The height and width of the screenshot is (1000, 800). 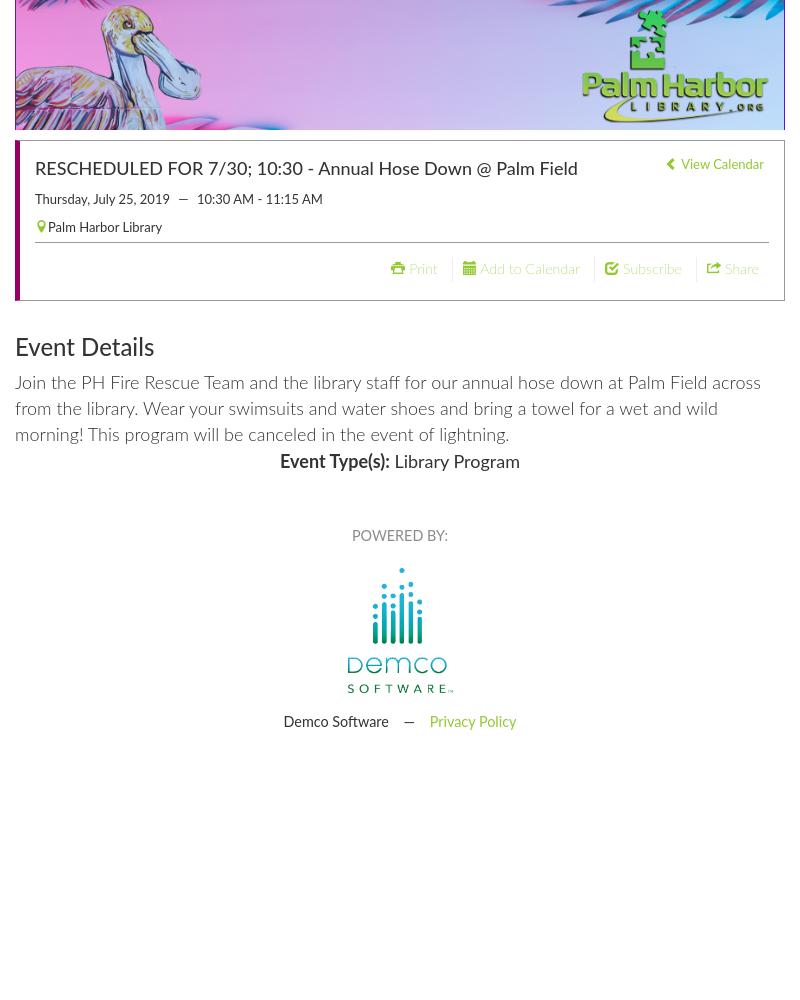 I want to click on 'Palm Harbor Library', so click(x=104, y=226).